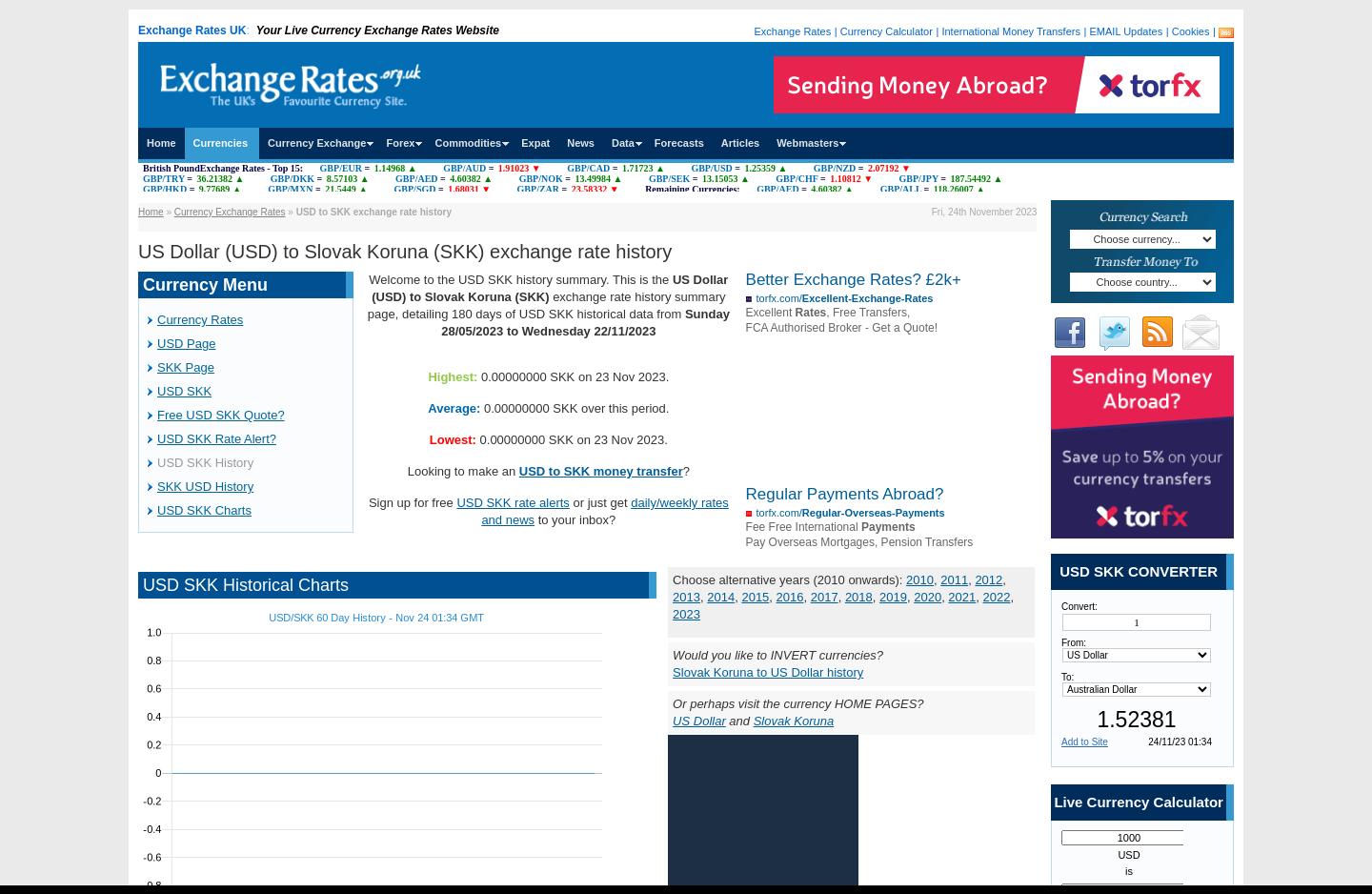 Image resolution: width=1372 pixels, height=894 pixels. Describe the element at coordinates (893, 597) in the screenshot. I see `'2019'` at that location.